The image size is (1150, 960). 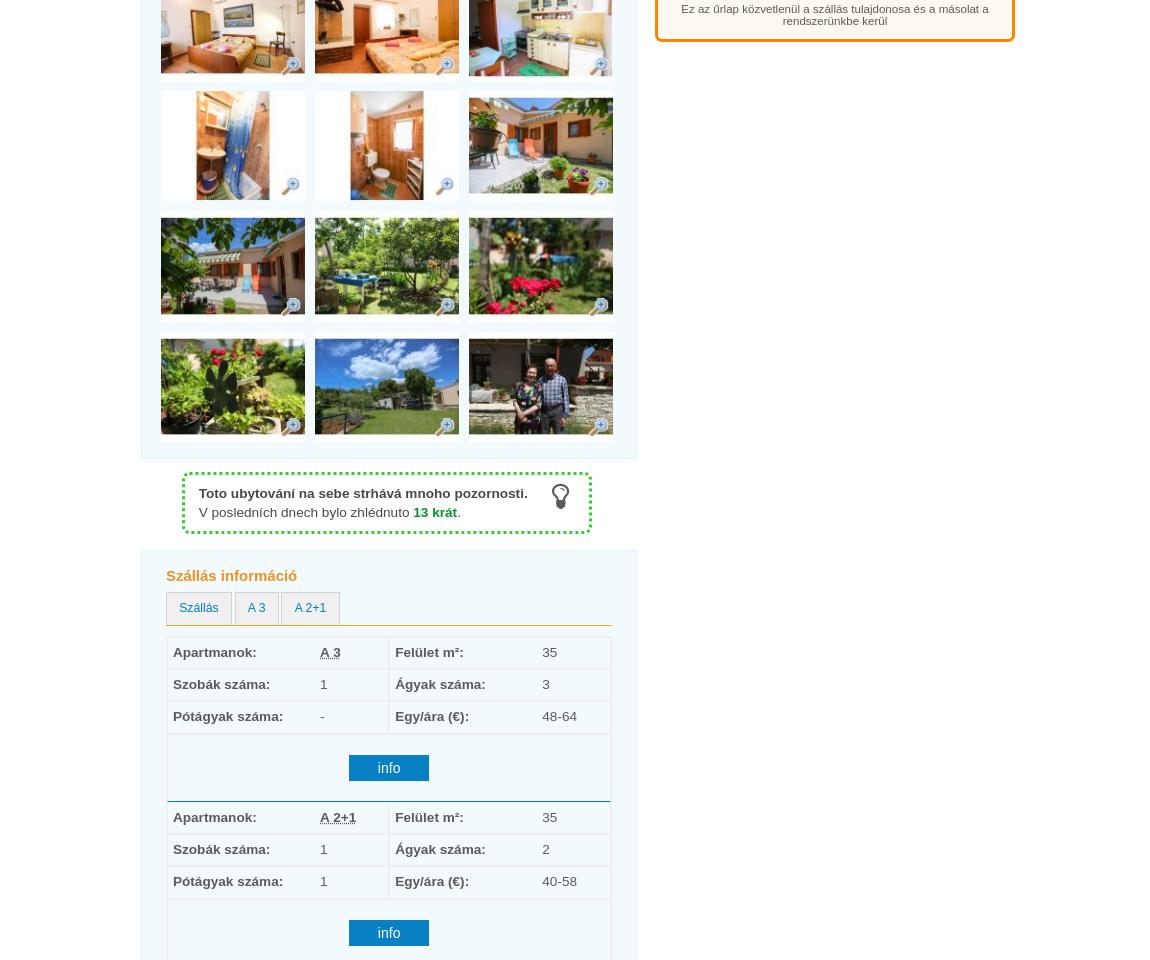 What do you see at coordinates (305, 511) in the screenshot?
I see `'V posledních dnech bylo zhlédnuto'` at bounding box center [305, 511].